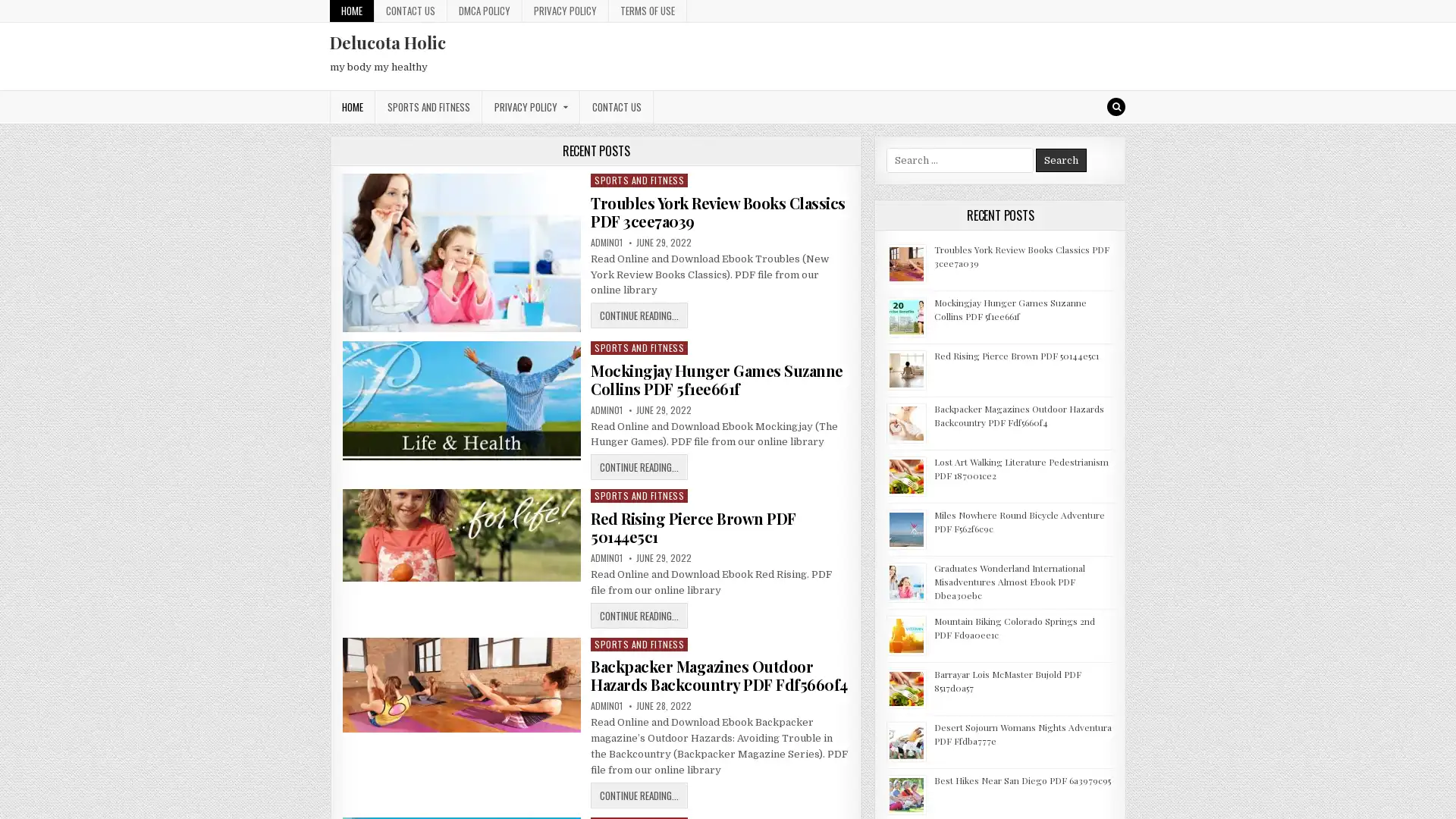 The height and width of the screenshot is (819, 1456). Describe the element at coordinates (1060, 160) in the screenshot. I see `Search` at that location.